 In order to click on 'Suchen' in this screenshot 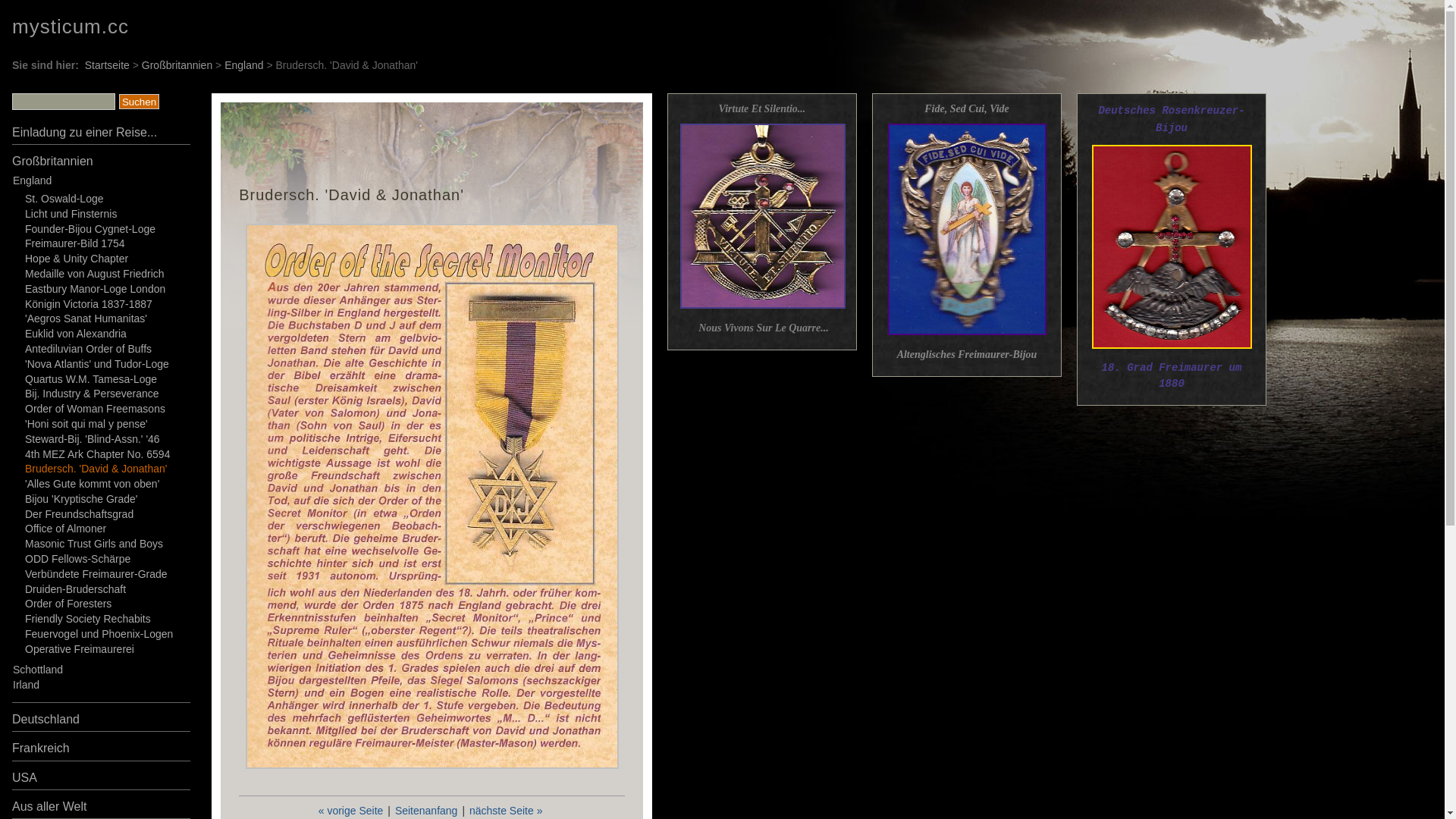, I will do `click(139, 102)`.